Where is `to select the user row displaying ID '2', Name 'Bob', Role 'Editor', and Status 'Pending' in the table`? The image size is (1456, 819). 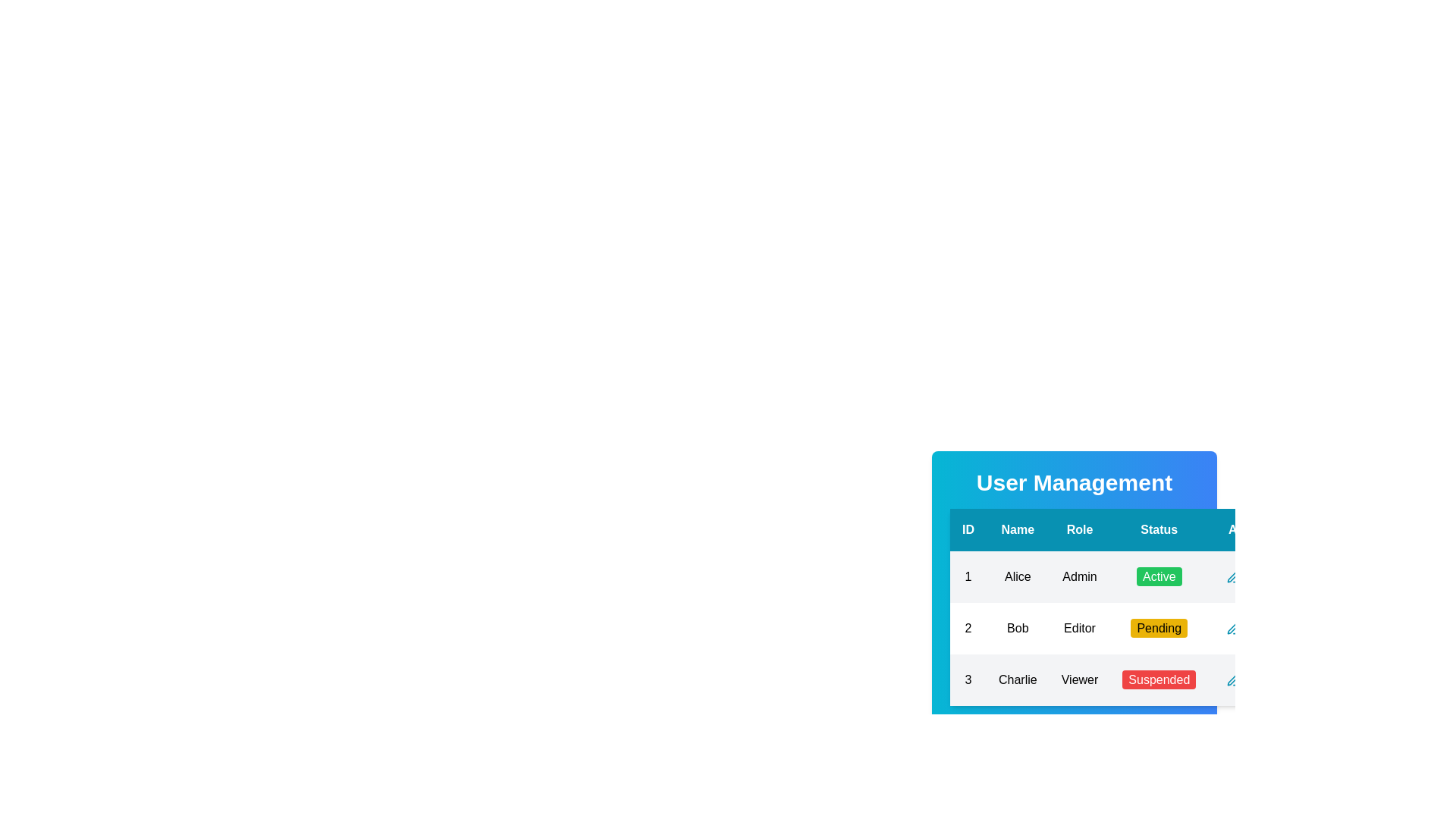 to select the user row displaying ID '2', Name 'Bob', Role 'Editor', and Status 'Pending' in the table is located at coordinates (1121, 629).